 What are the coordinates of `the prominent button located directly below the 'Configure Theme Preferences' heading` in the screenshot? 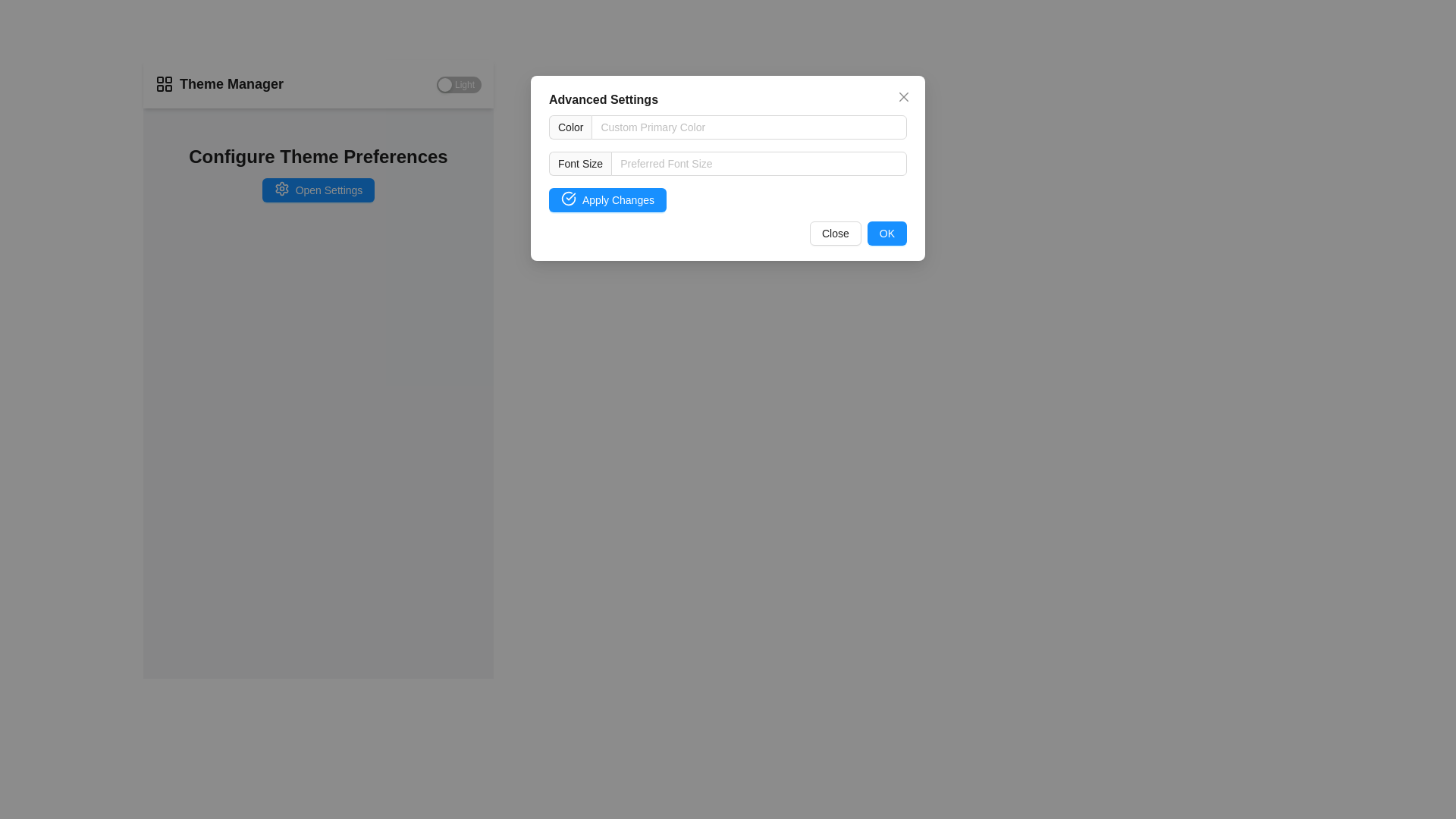 It's located at (318, 189).